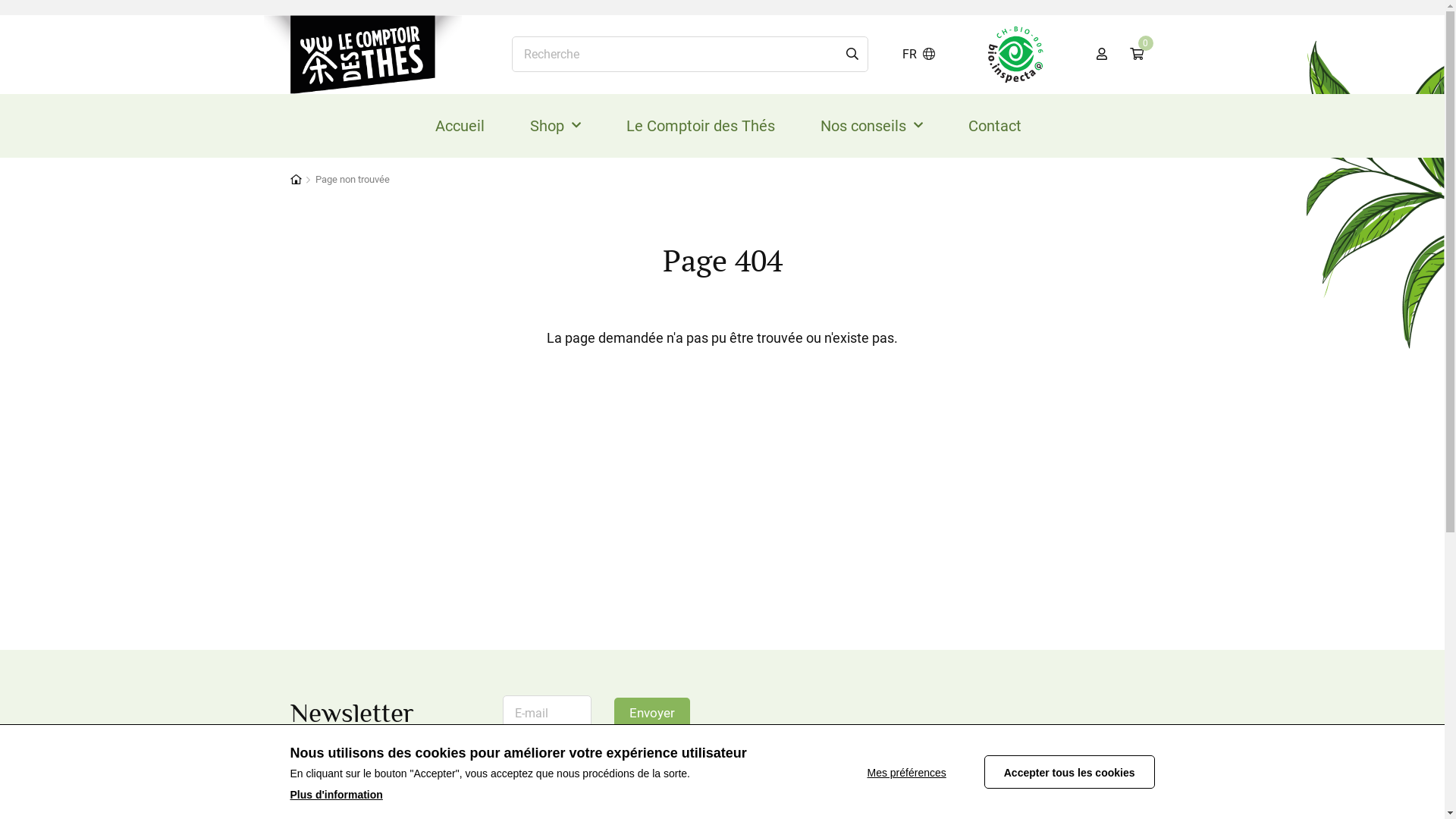 This screenshot has height=819, width=1456. Describe the element at coordinates (918, 54) in the screenshot. I see `'FR  '` at that location.